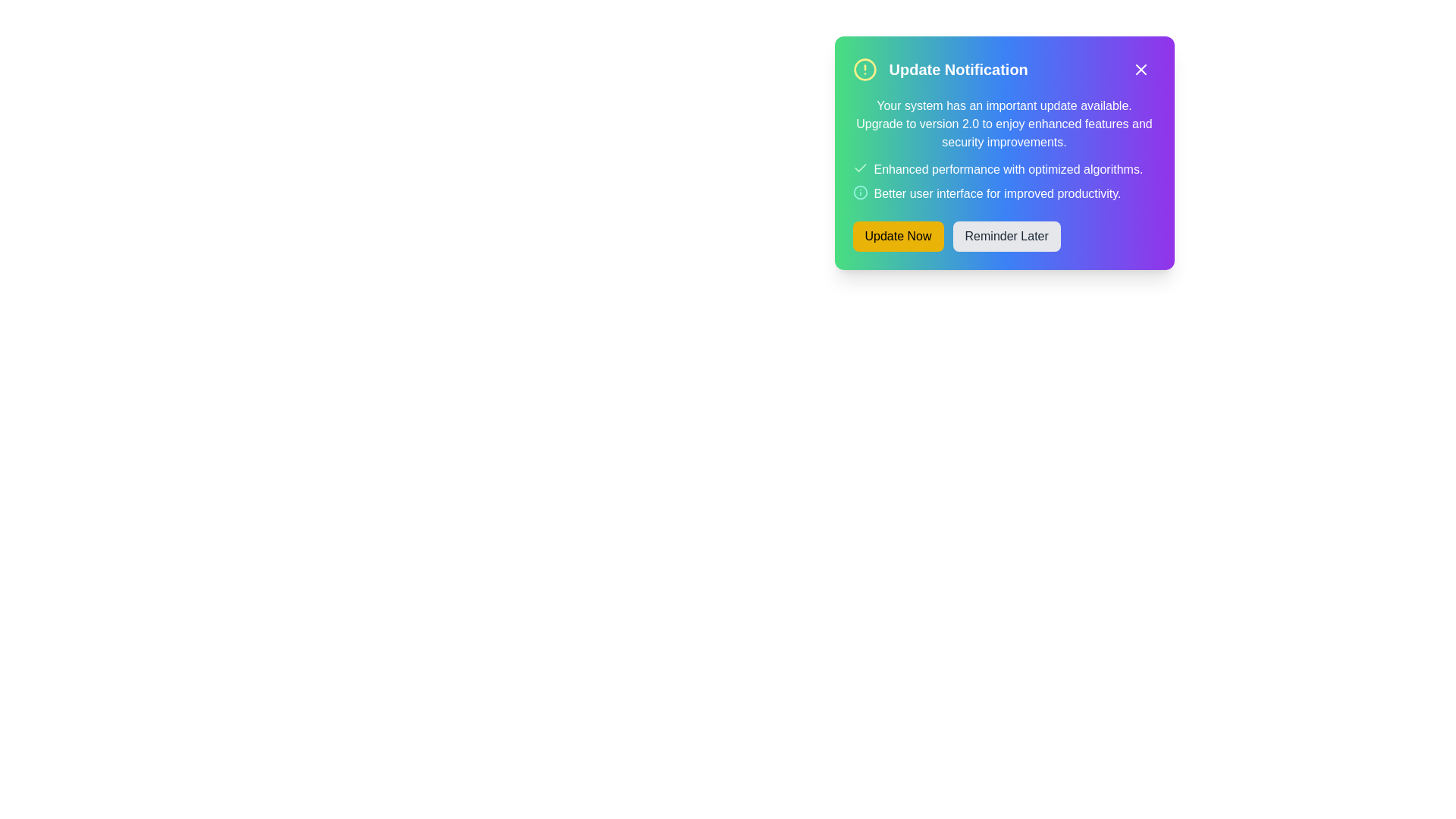 This screenshot has width=1456, height=819. I want to click on the text 'Better user interface for improved productivity.' with an accompanying info icon in the update notification dialog to associate the feature described with the update context, so click(1004, 193).